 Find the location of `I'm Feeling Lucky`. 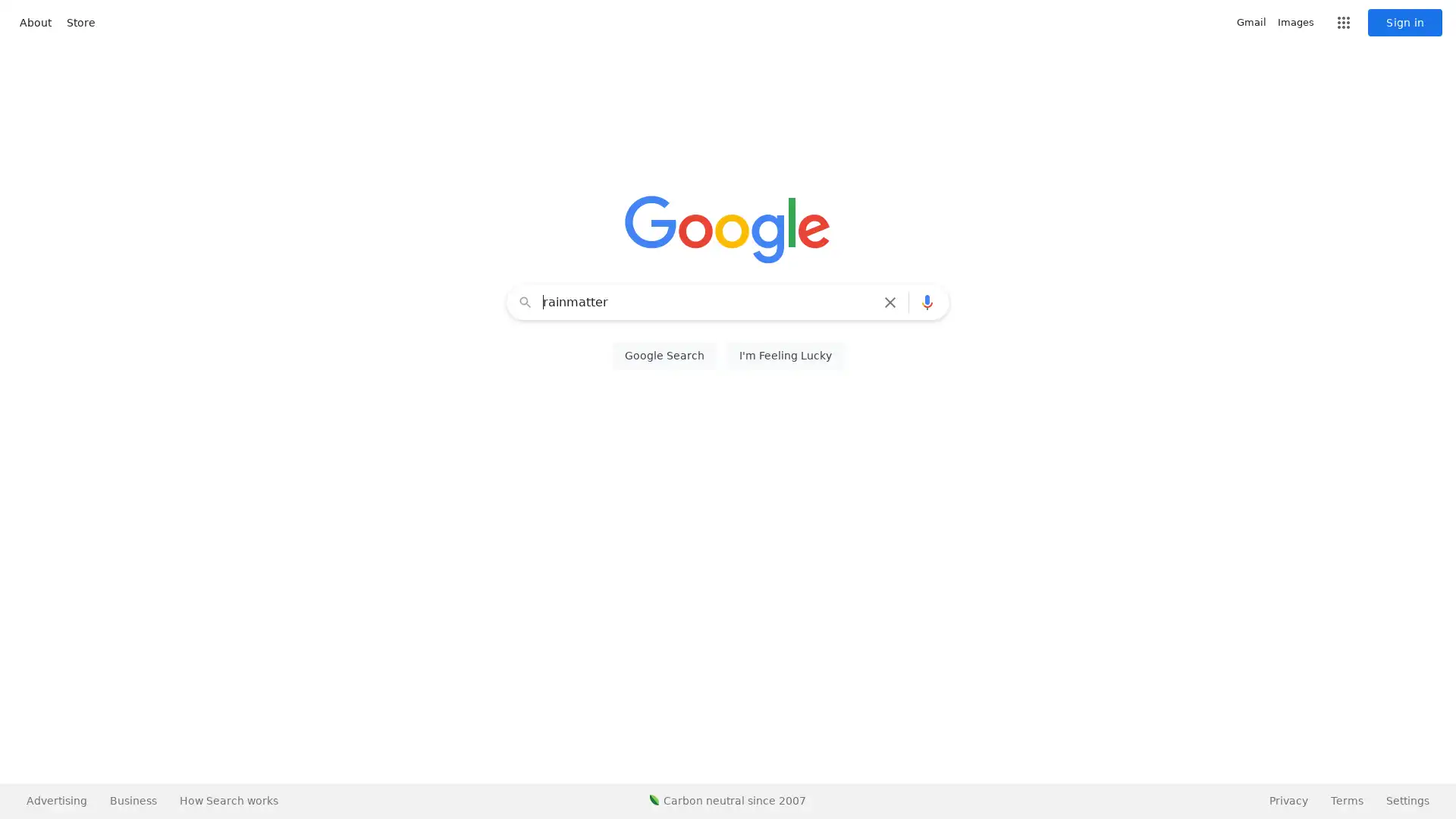

I'm Feeling Lucky is located at coordinates (785, 356).